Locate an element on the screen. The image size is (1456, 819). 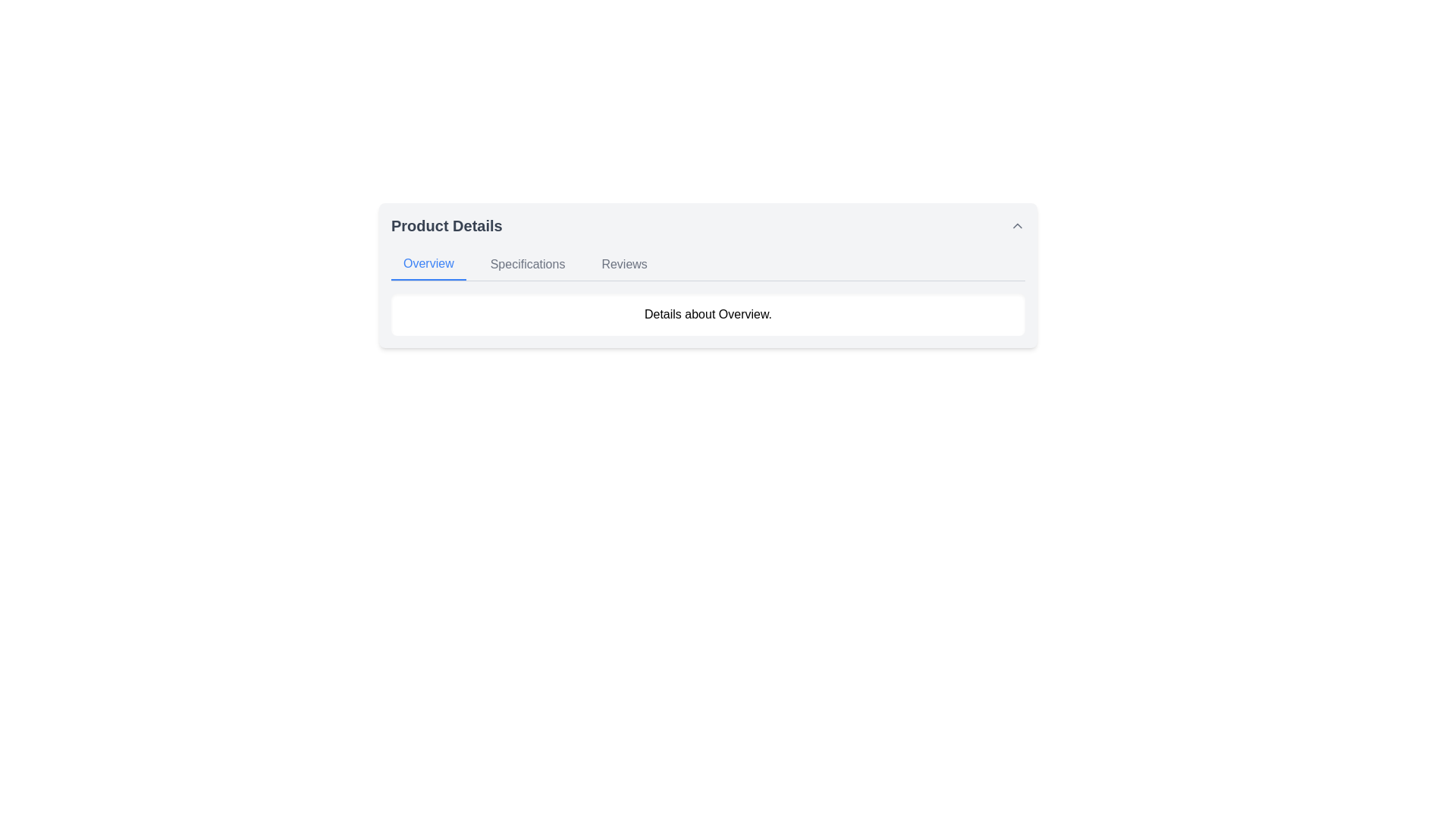
the 'Specifications' navigation tab, which is a gray text label that changes to a darker gray on hover, located between 'Overview' and 'Reviews' is located at coordinates (528, 263).